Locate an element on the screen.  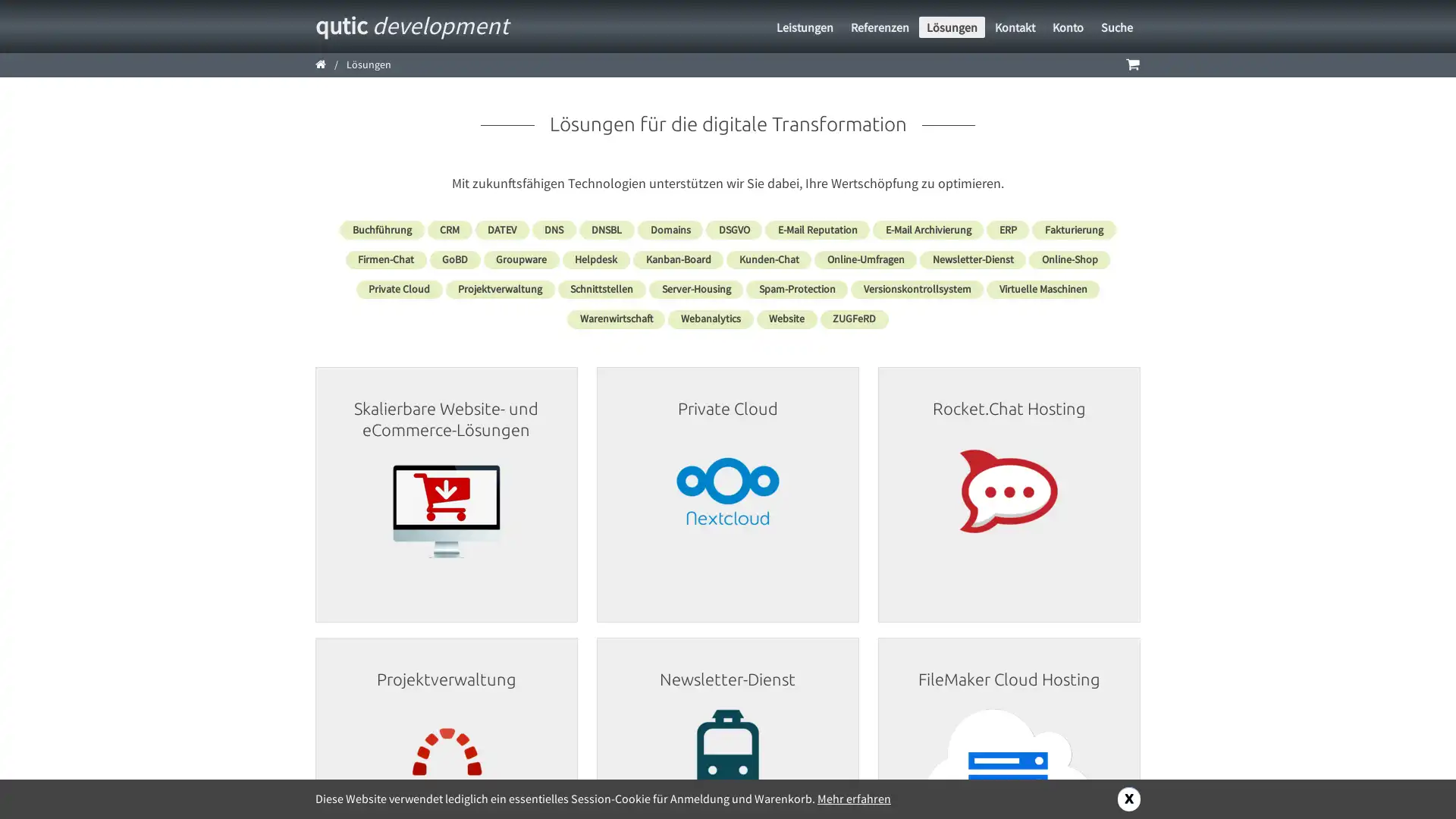
Hinweis ausblenden is located at coordinates (1128, 798).